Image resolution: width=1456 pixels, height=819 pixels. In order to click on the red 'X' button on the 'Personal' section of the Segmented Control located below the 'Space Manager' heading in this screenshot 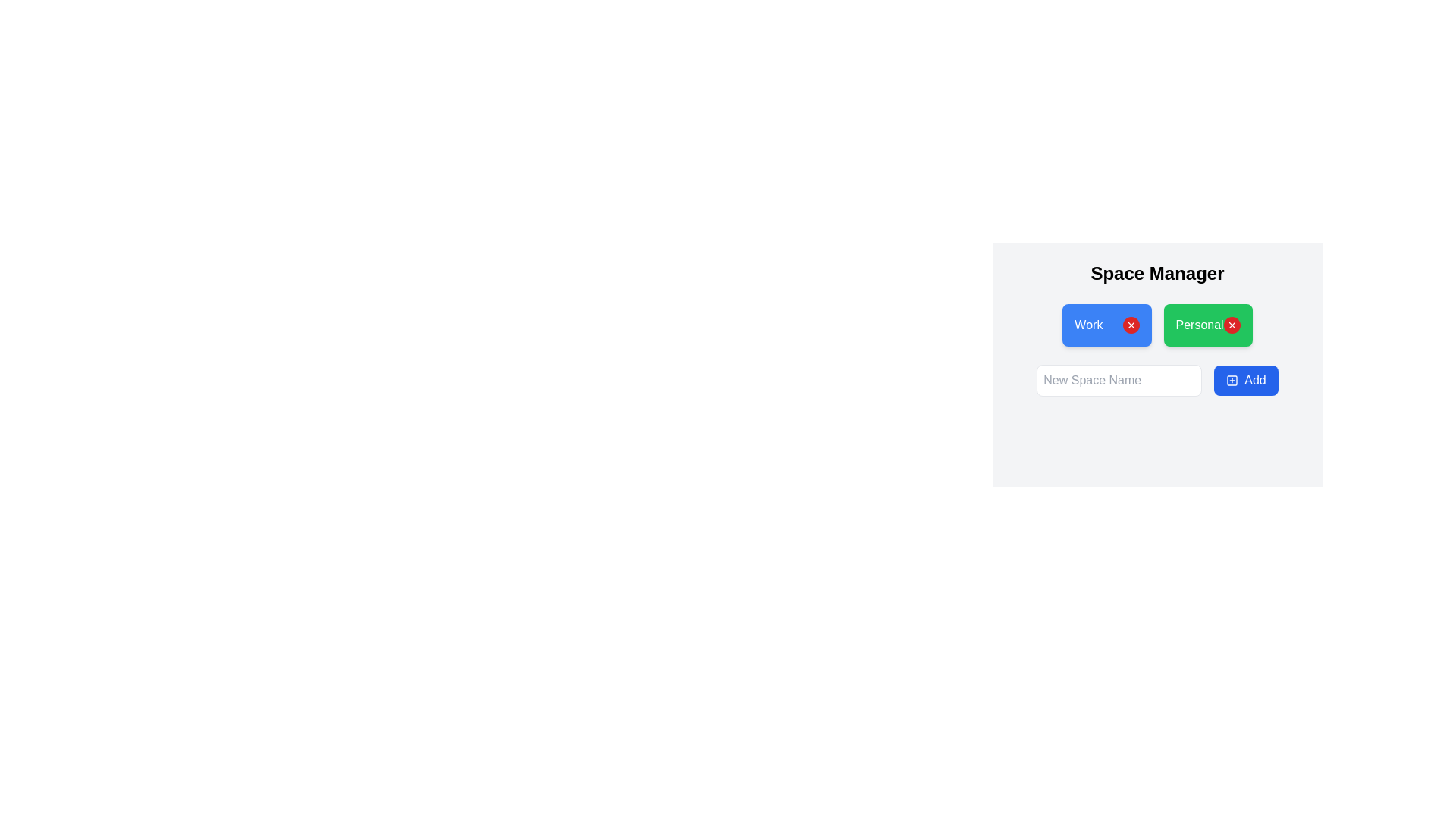, I will do `click(1156, 324)`.